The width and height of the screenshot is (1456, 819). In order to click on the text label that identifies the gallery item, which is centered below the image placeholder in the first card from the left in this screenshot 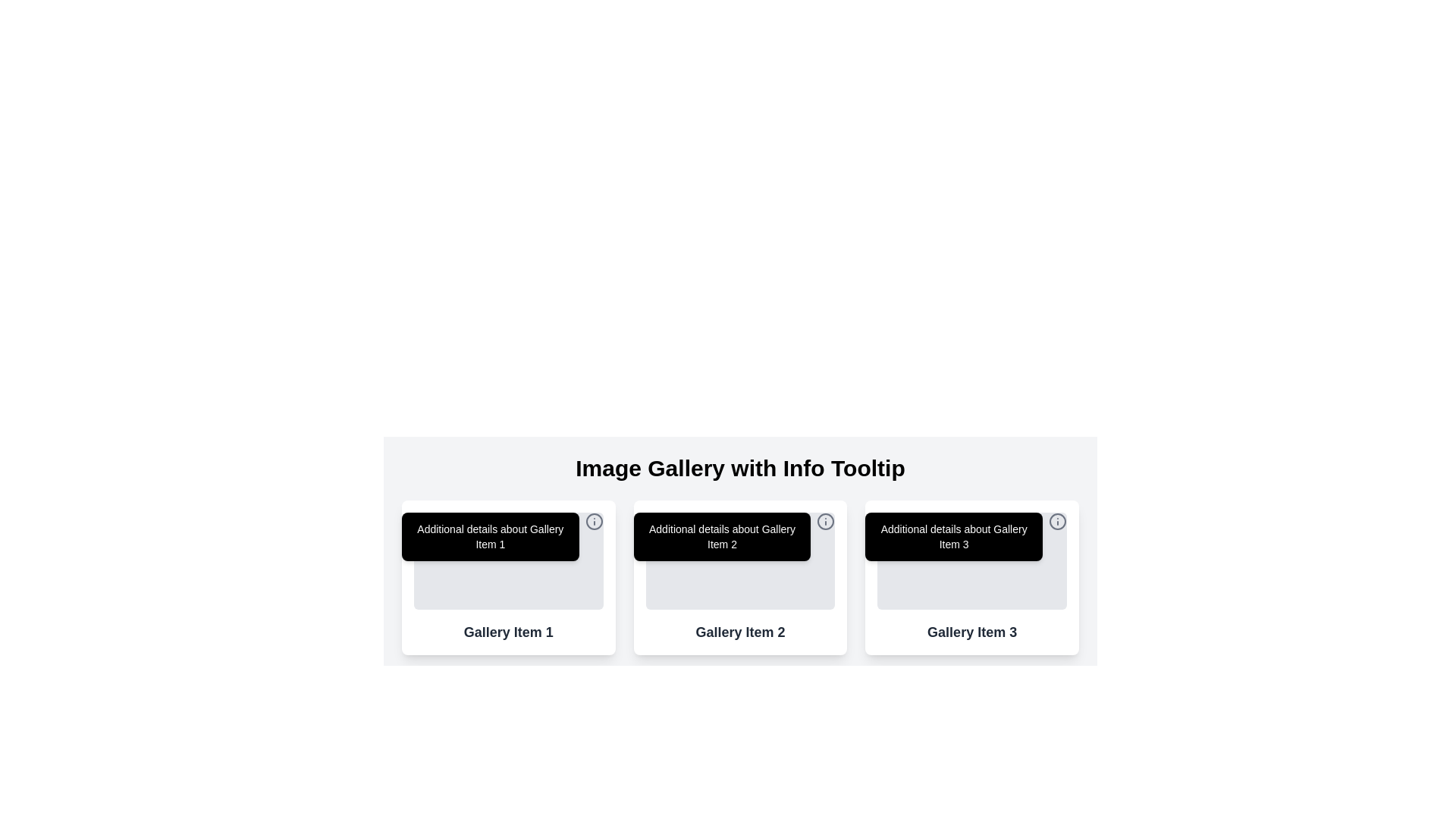, I will do `click(508, 632)`.